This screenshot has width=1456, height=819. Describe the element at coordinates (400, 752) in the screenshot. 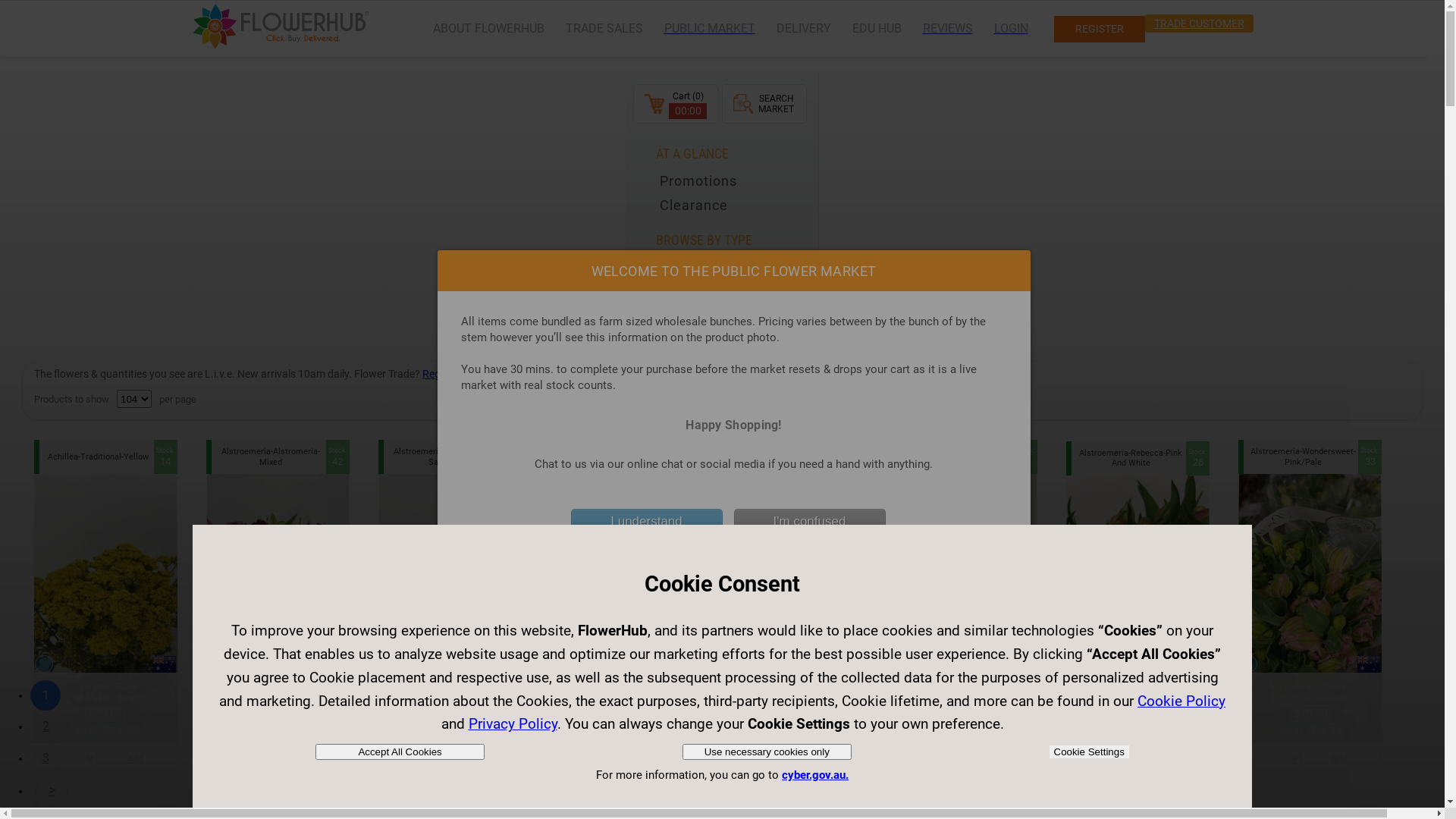

I see `'Accept All Cookies'` at that location.